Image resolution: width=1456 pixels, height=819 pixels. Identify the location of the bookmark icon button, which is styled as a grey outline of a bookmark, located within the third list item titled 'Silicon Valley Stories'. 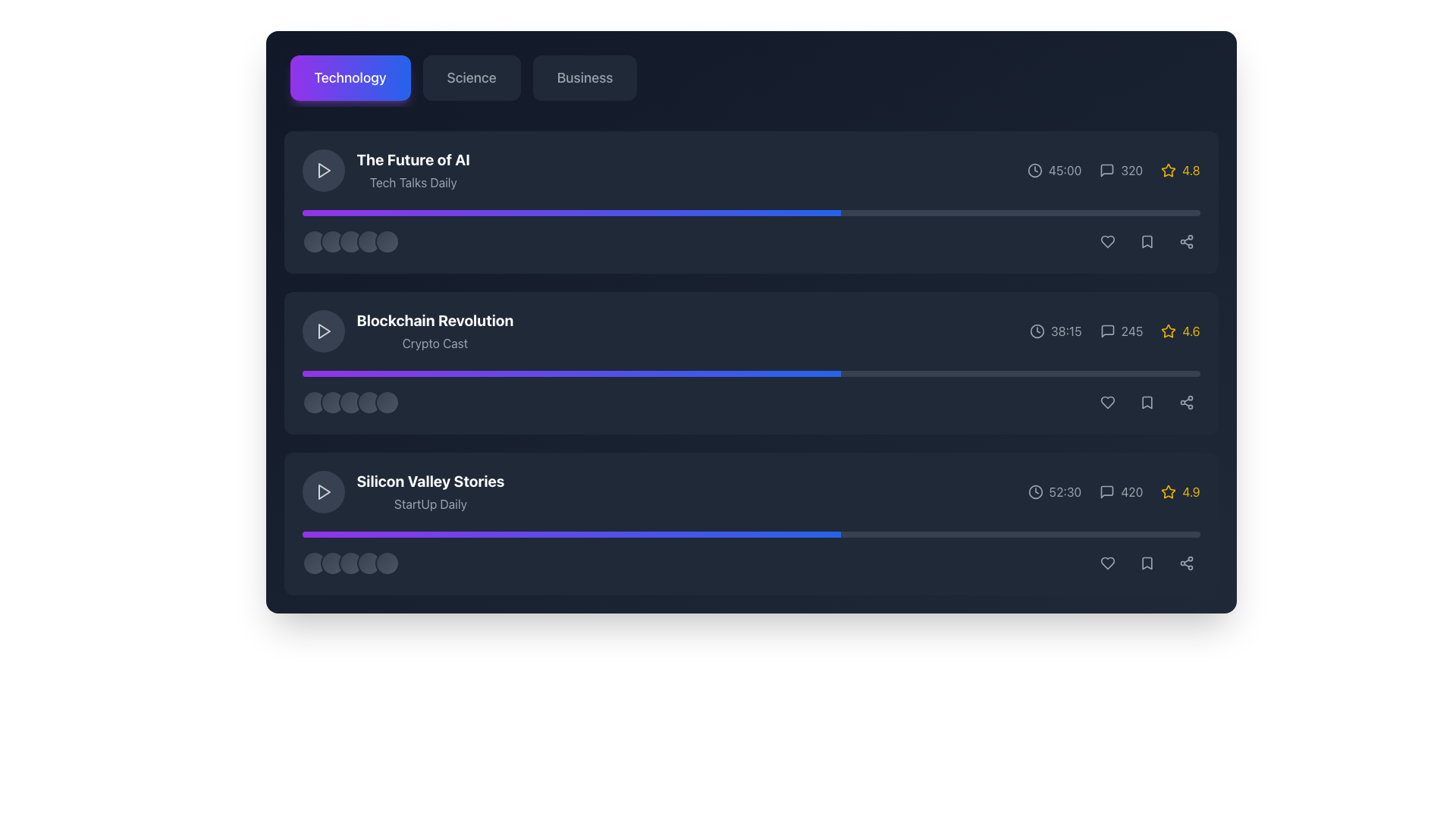
(1147, 563).